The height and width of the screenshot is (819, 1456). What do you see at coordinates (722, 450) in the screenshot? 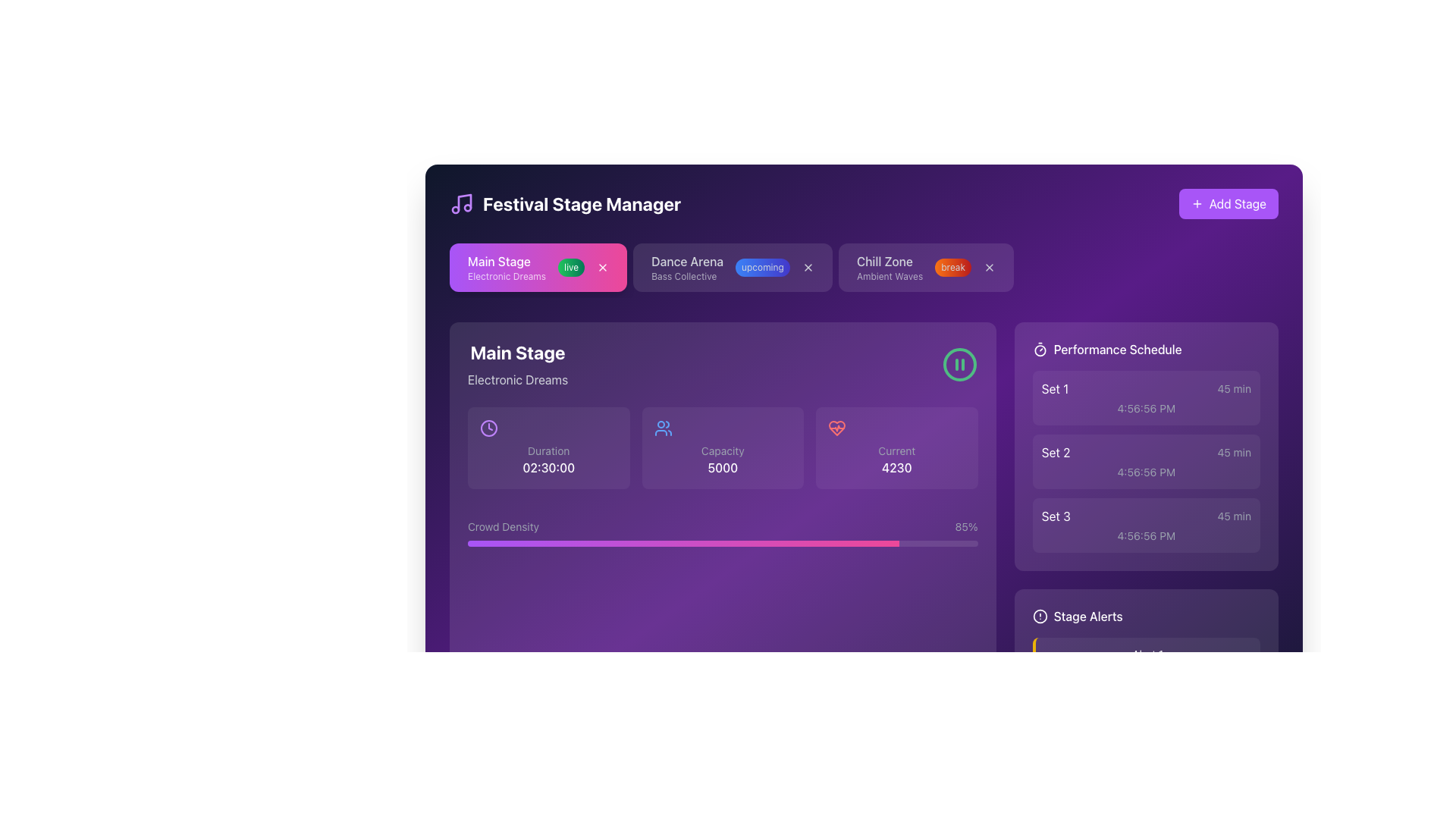
I see `the 'Capacity' label, which is displayed in small, gray font above the numerical value '5000' in a card with rounded corners` at bounding box center [722, 450].